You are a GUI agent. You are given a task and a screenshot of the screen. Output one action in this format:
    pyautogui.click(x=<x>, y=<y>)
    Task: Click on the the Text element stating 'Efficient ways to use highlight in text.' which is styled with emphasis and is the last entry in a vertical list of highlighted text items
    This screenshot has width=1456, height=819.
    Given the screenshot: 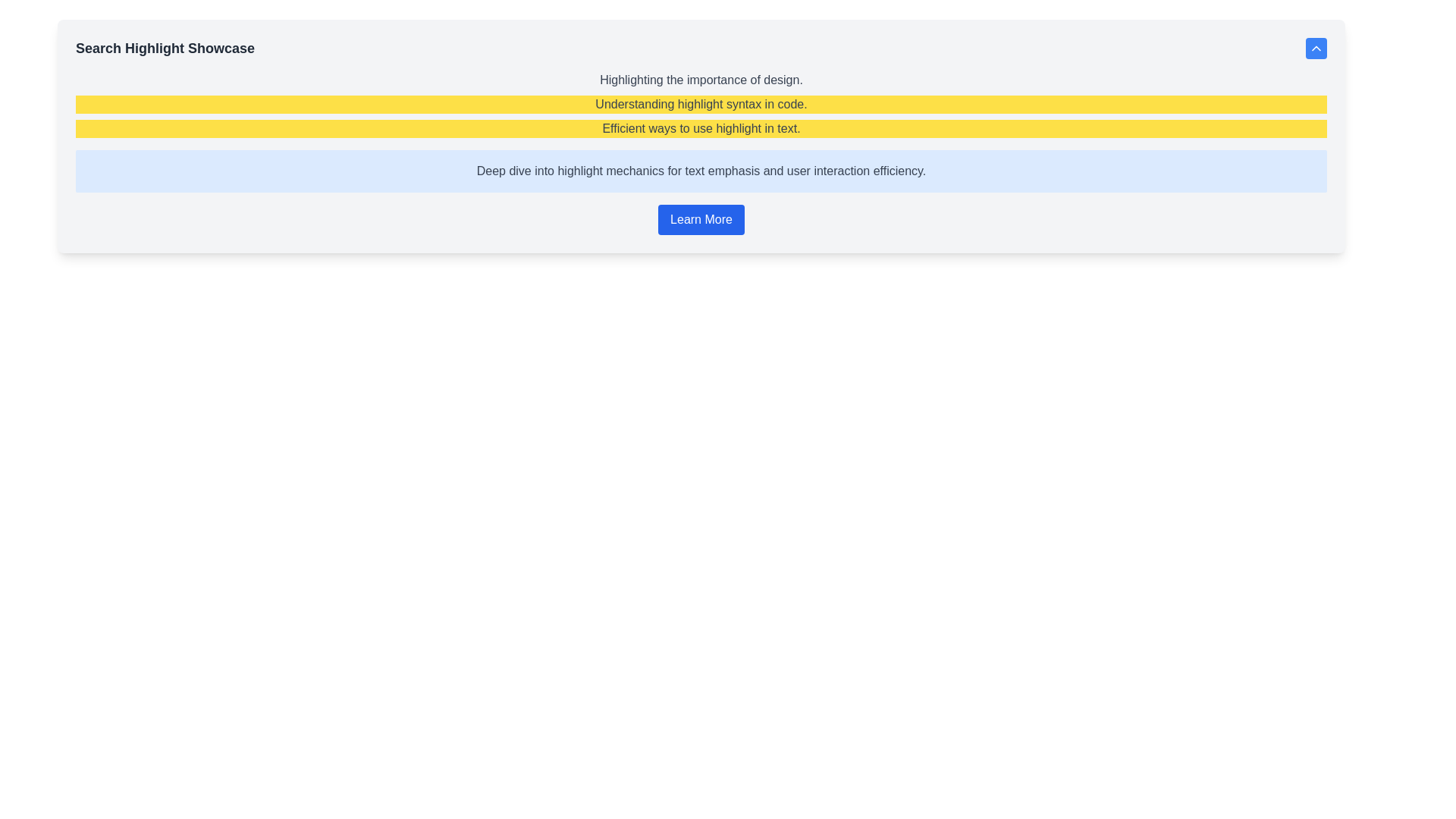 What is the action you would take?
    pyautogui.click(x=701, y=127)
    